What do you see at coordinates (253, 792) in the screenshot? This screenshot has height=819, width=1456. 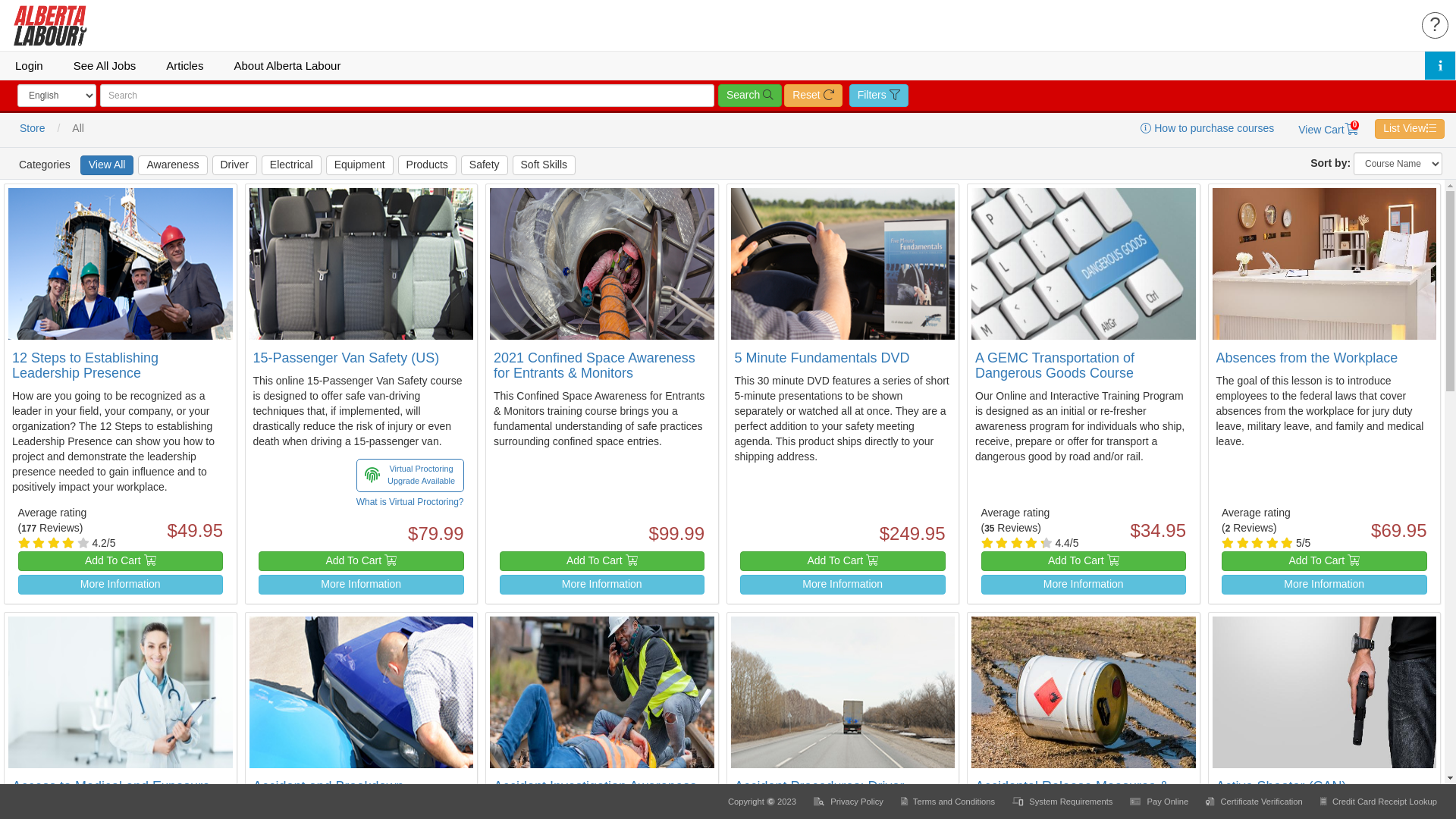 I see `'Accident and Breakdown Procedures (US)'` at bounding box center [253, 792].